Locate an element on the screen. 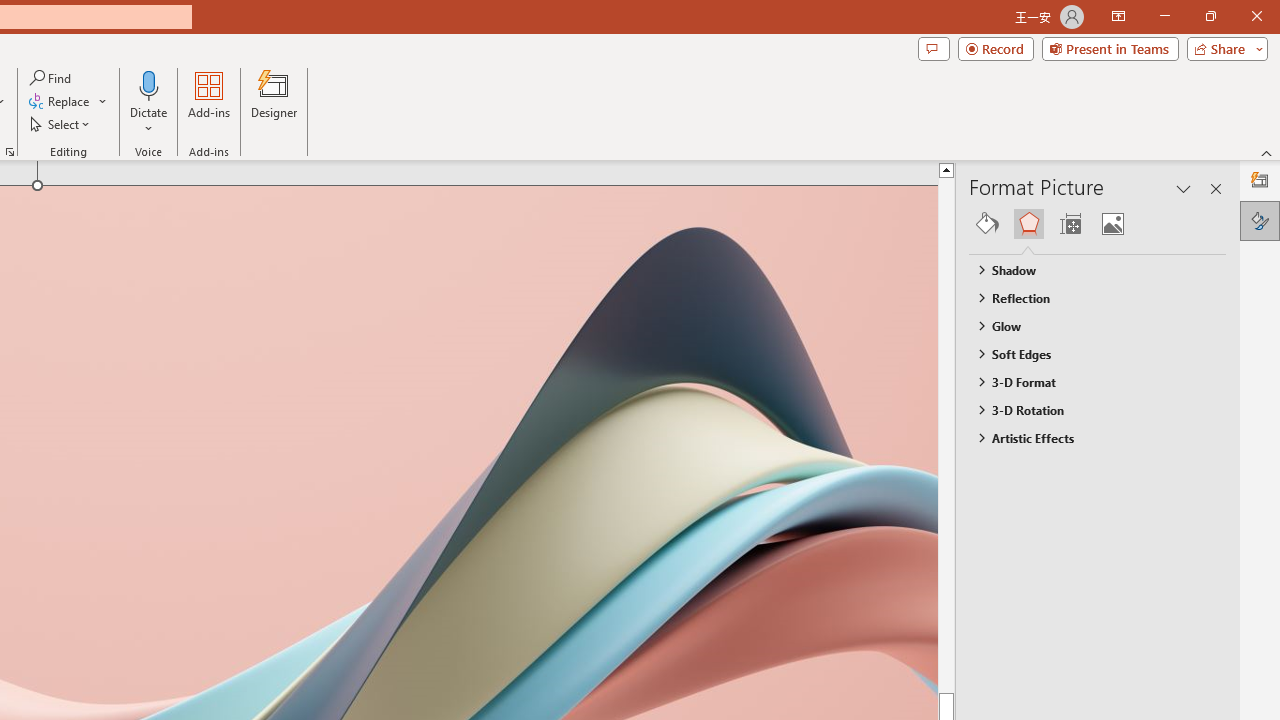  'Minimize' is located at coordinates (1164, 16).